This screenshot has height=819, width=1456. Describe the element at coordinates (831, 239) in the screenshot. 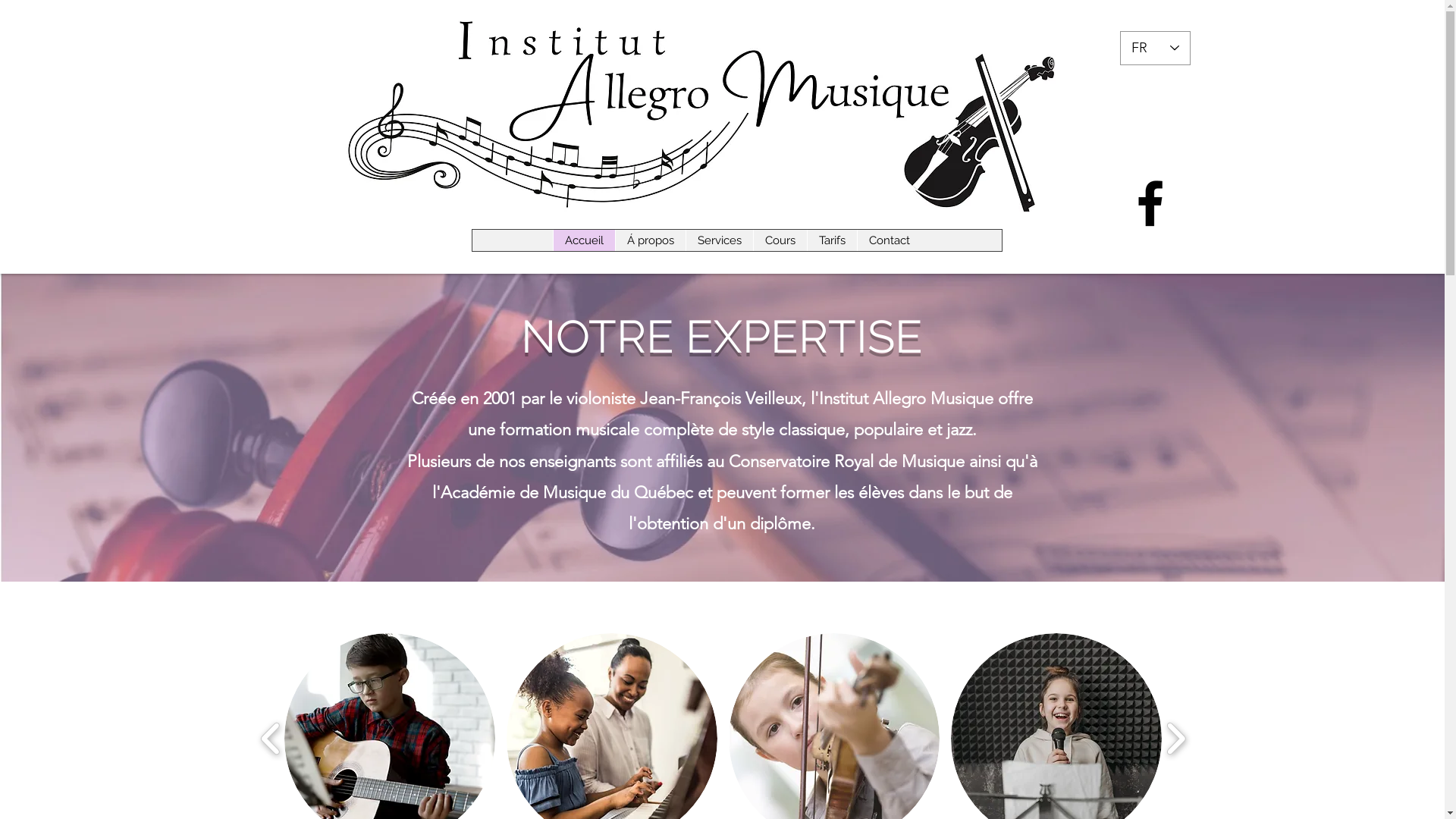

I see `'Tarifs'` at that location.